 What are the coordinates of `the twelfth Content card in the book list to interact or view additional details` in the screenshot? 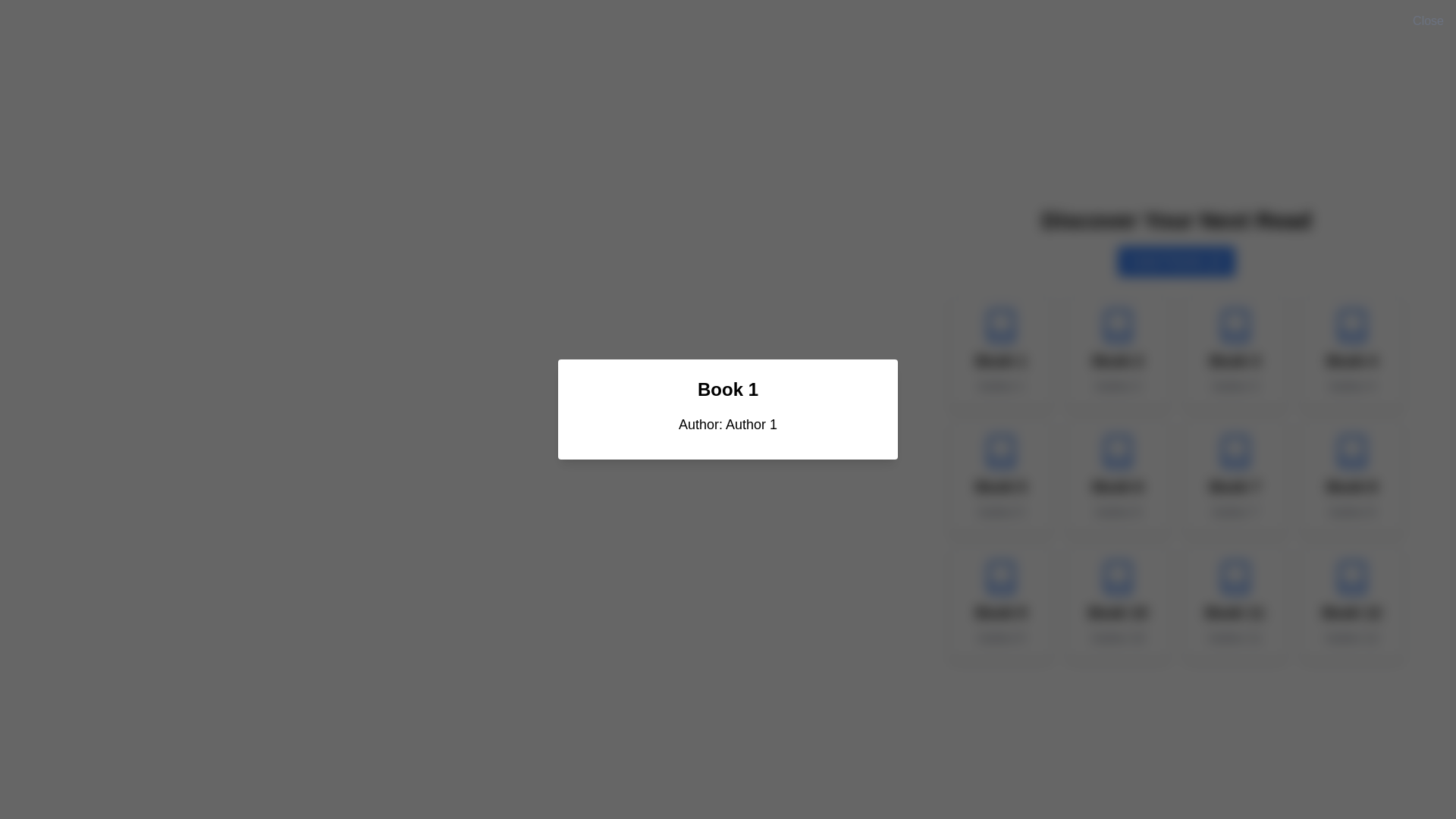 It's located at (1351, 602).